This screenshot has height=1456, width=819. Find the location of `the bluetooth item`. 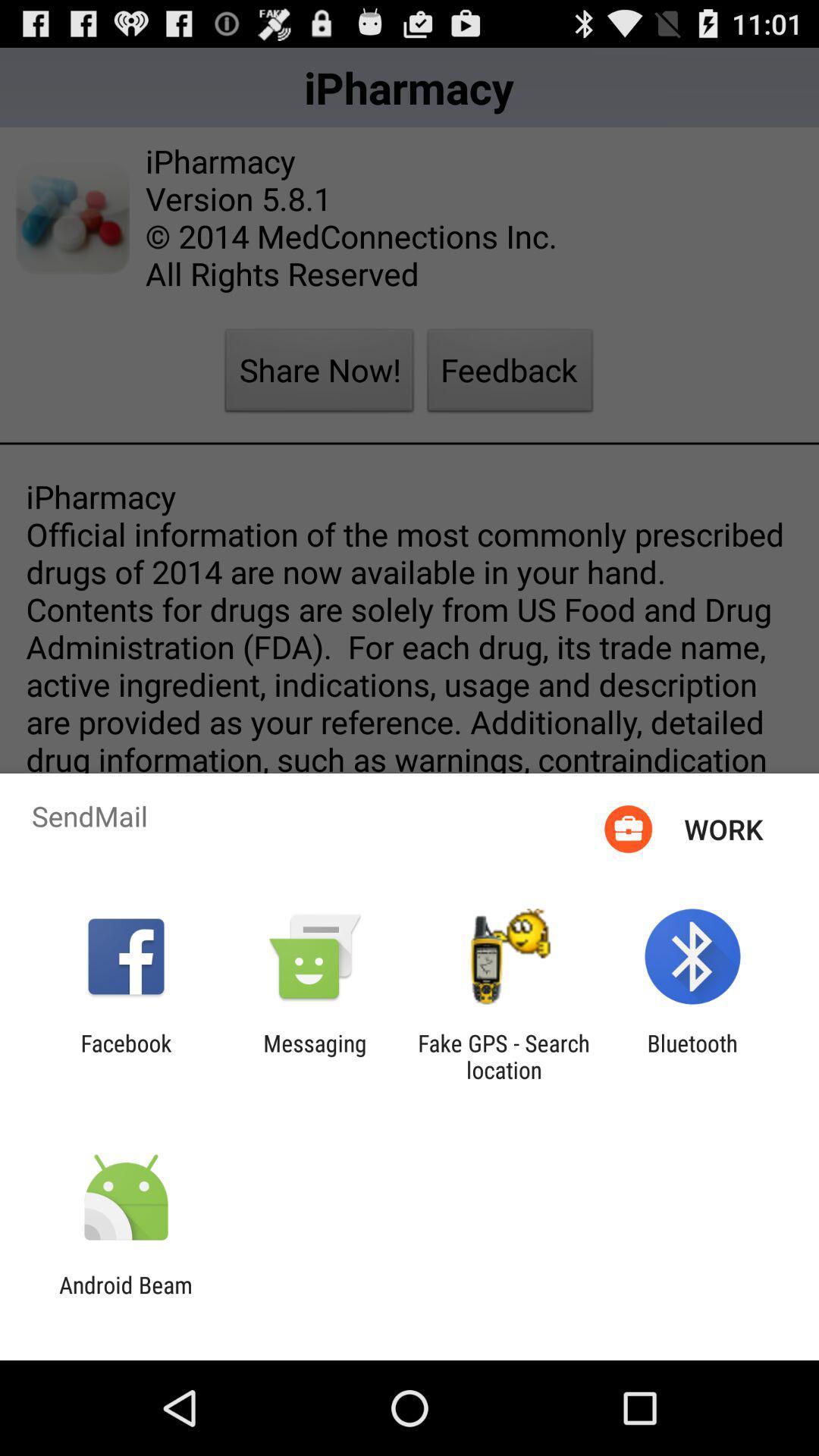

the bluetooth item is located at coordinates (692, 1056).